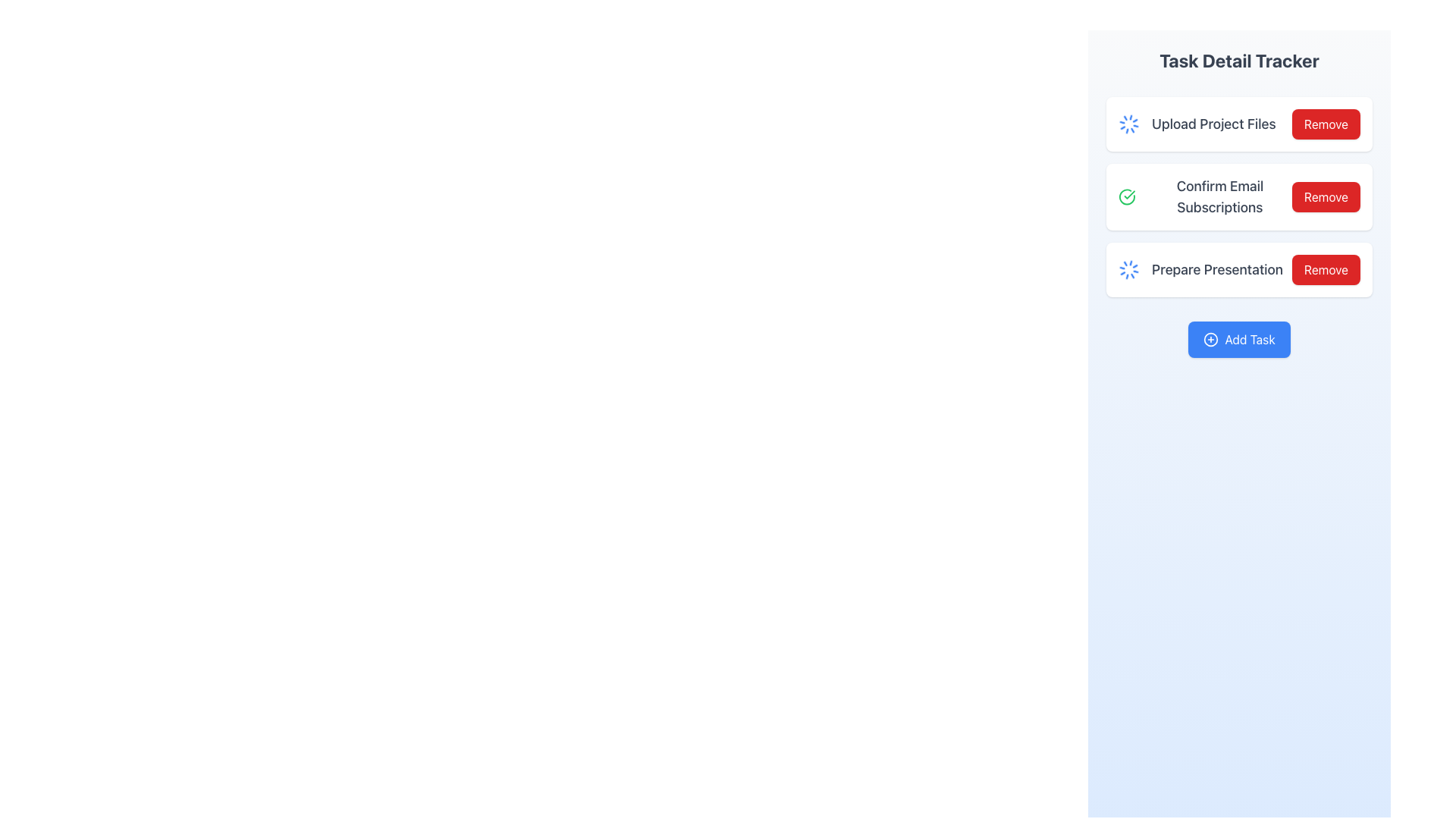  Describe the element at coordinates (1239, 268) in the screenshot. I see `task name 'Prepare Presentation' and its status from the composite component containing a blue spinning loader icon and a red 'Remove' button` at that location.